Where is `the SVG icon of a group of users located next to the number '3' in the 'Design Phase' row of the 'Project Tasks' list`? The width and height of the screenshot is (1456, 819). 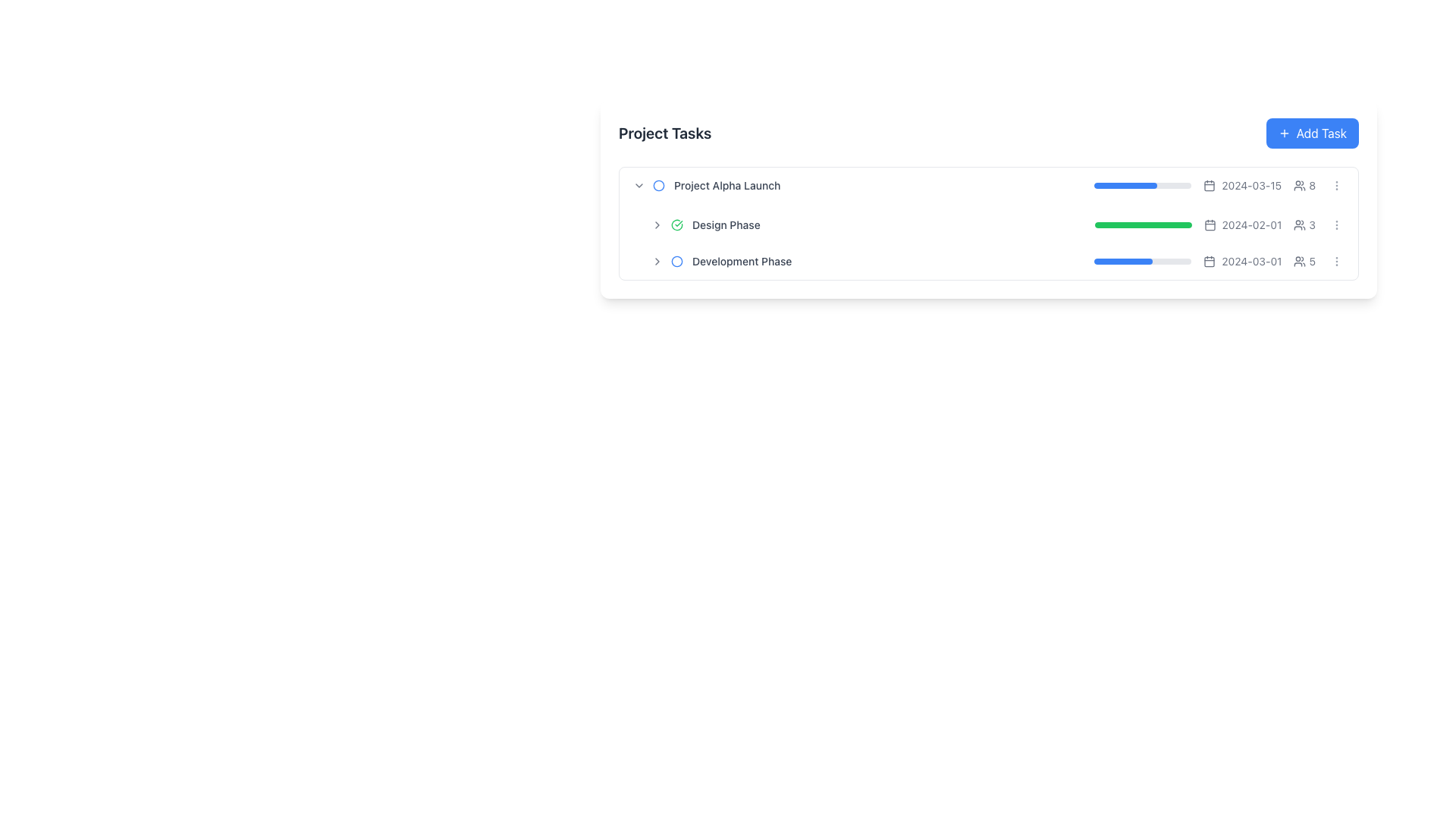 the SVG icon of a group of users located next to the number '3' in the 'Design Phase' row of the 'Project Tasks' list is located at coordinates (1299, 225).